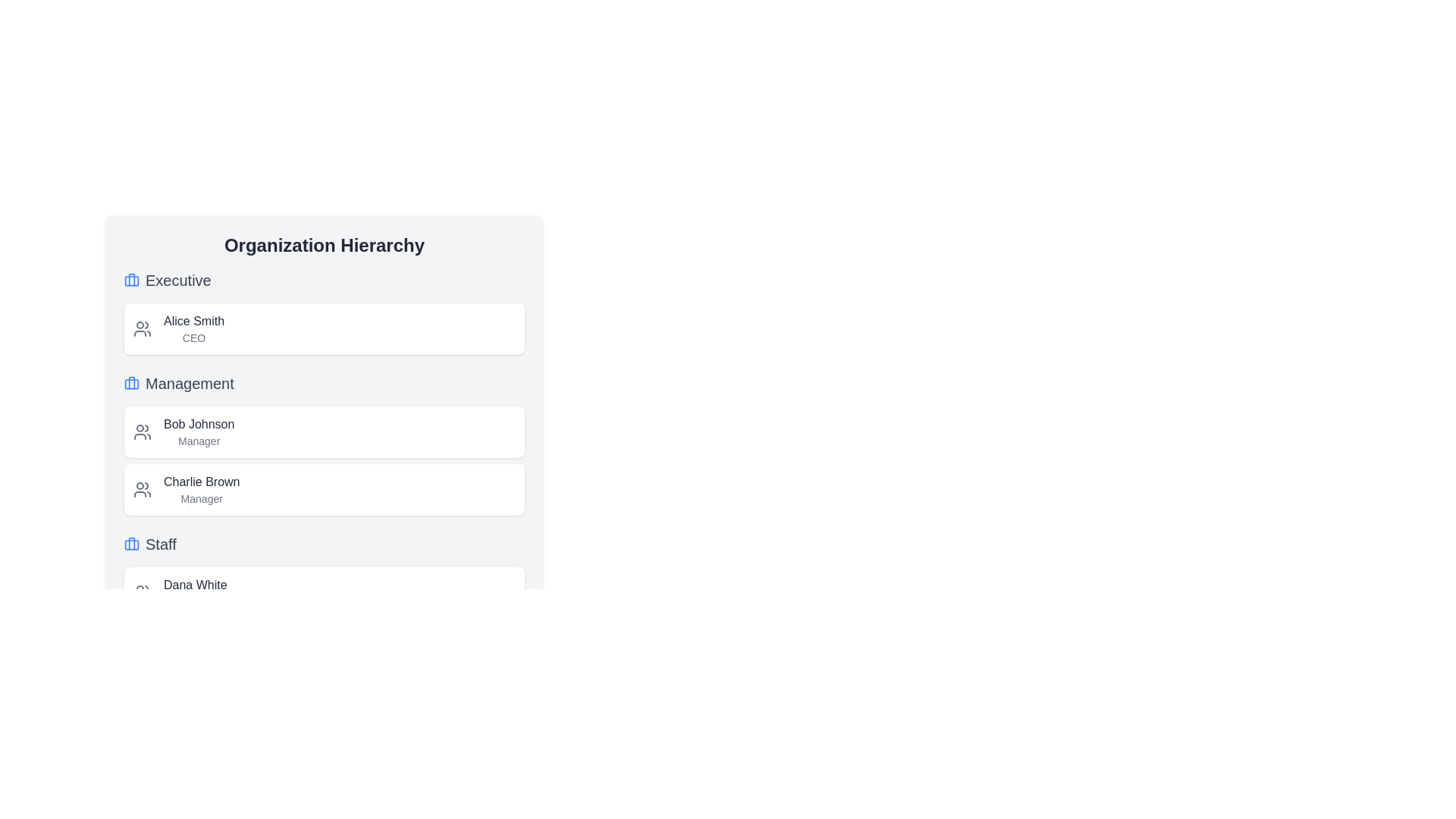 This screenshot has height=819, width=1456. What do you see at coordinates (193, 328) in the screenshot?
I see `the non-interactive text display component that shows an individual's name and job position within the topmost card under the 'Executive' heading in the 'Organization Hierarchy' section` at bounding box center [193, 328].